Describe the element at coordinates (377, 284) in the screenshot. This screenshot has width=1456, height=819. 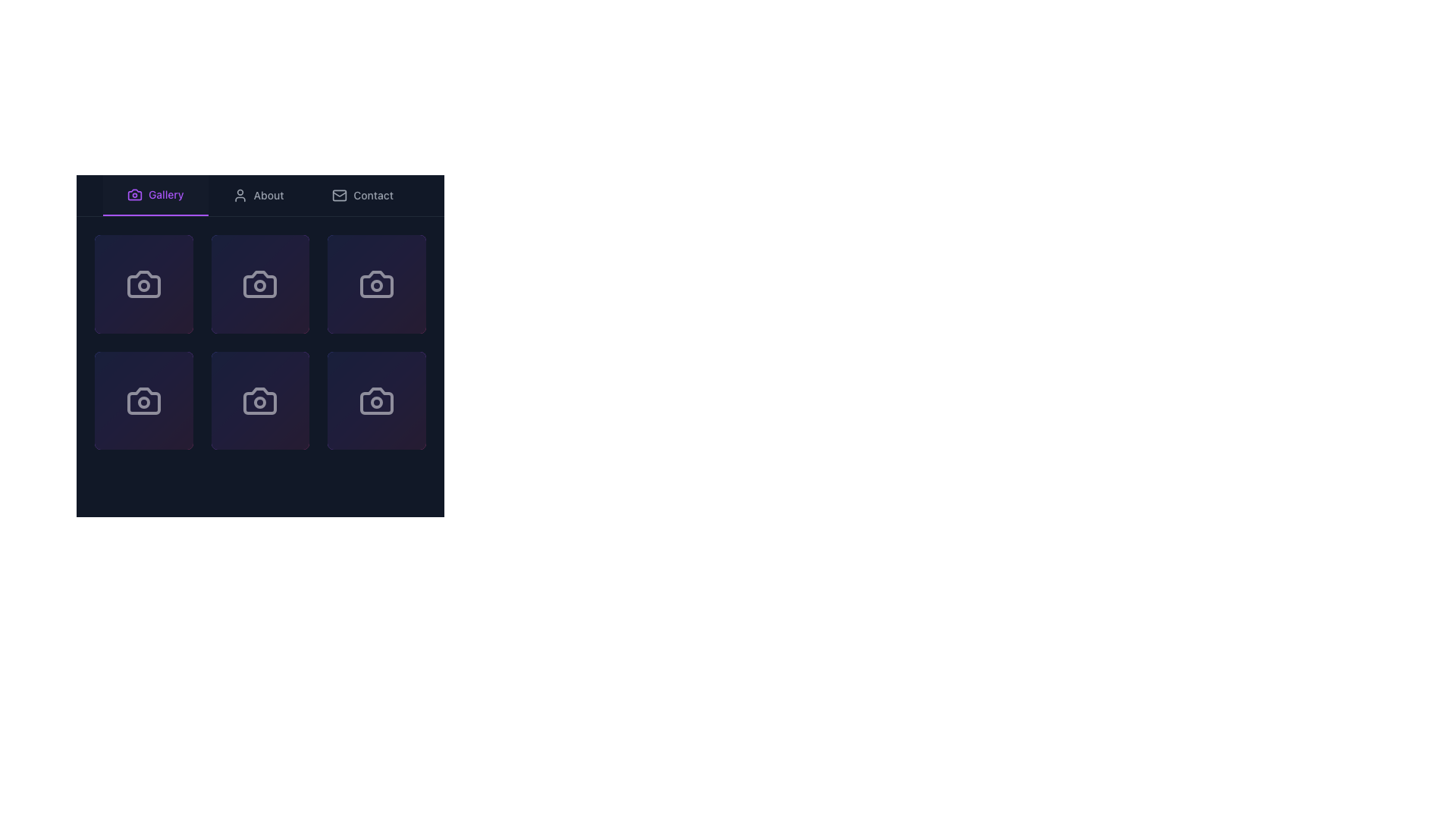
I see `the icon in the second row, second column of the gallery grid, which represents an action related to capturing or viewing images` at that location.